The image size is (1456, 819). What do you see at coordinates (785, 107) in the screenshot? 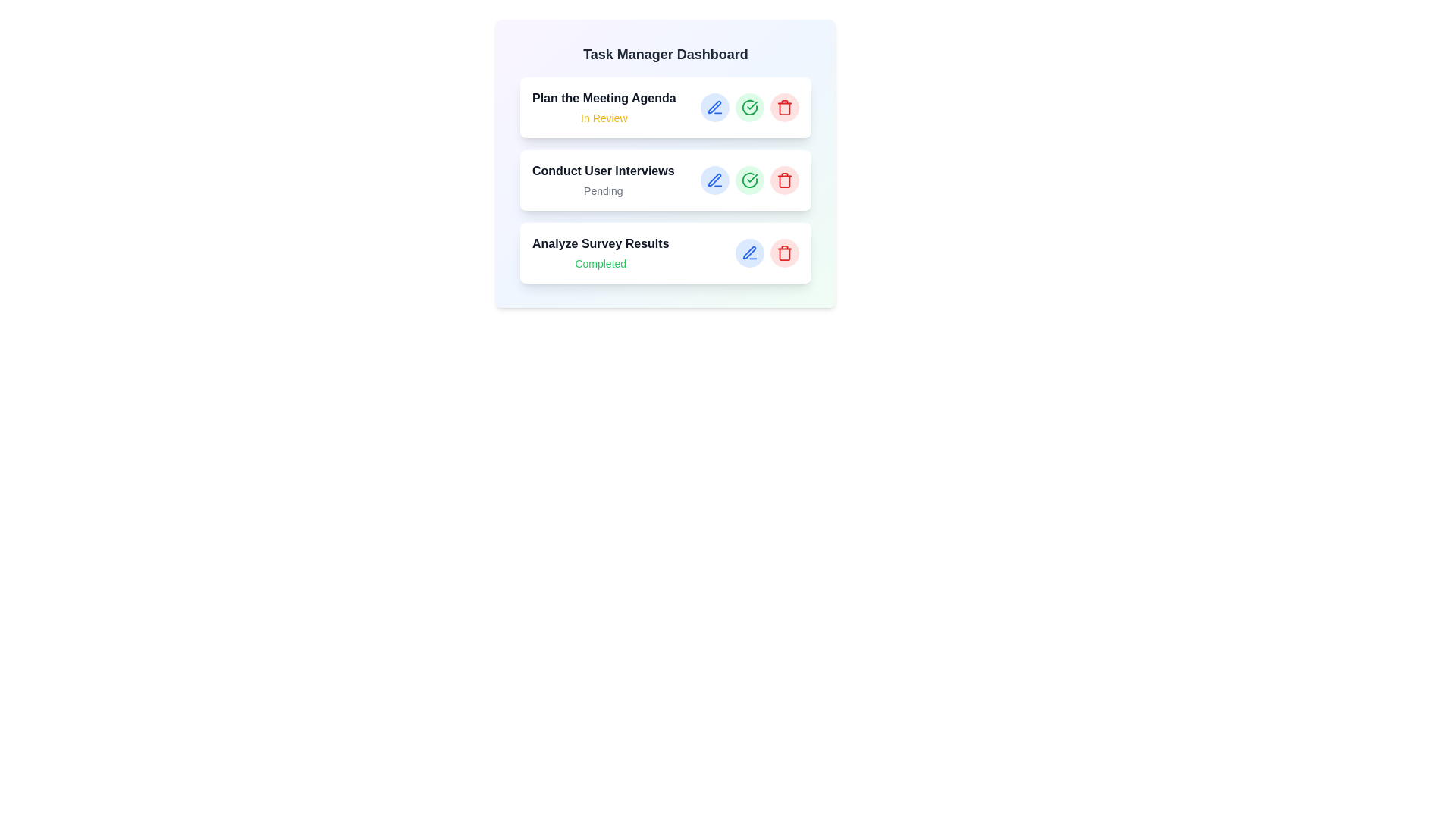
I see `delete button for the task 'Plan the Meeting Agenda'` at bounding box center [785, 107].